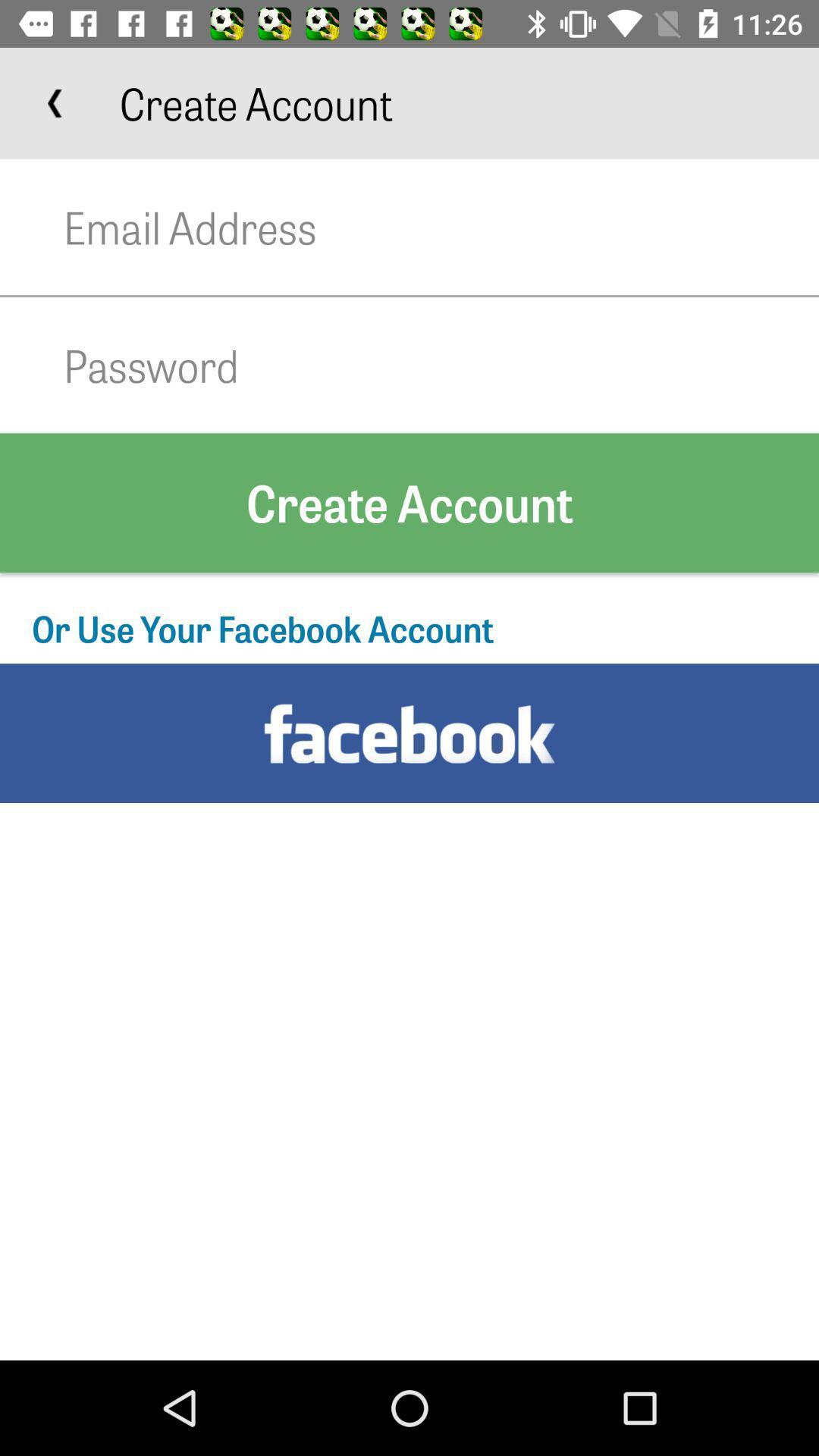 The image size is (819, 1456). I want to click on password, so click(441, 365).